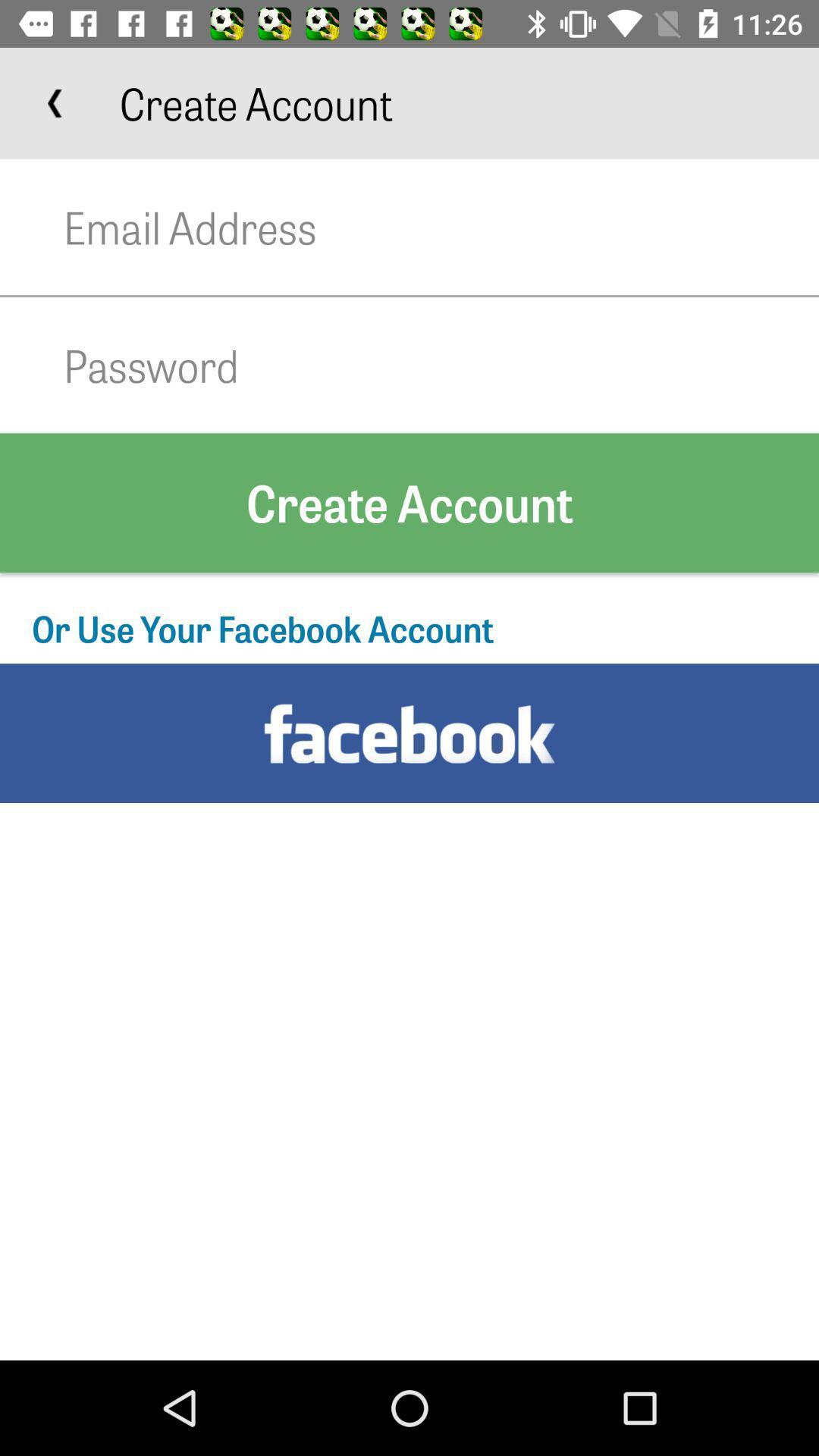 The image size is (819, 1456). I want to click on password, so click(441, 365).